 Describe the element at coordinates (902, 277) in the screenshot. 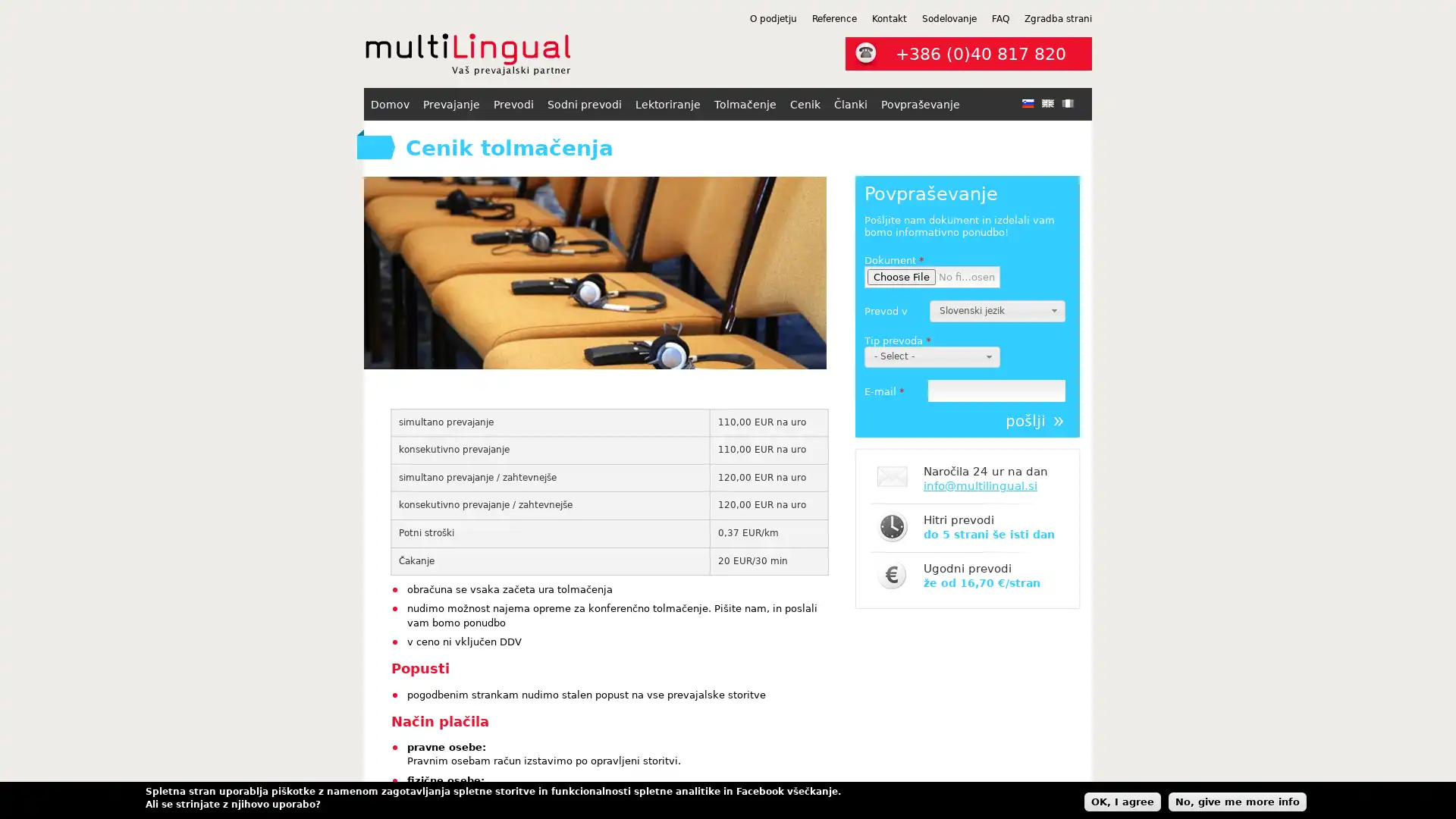

I see `Choose File` at that location.